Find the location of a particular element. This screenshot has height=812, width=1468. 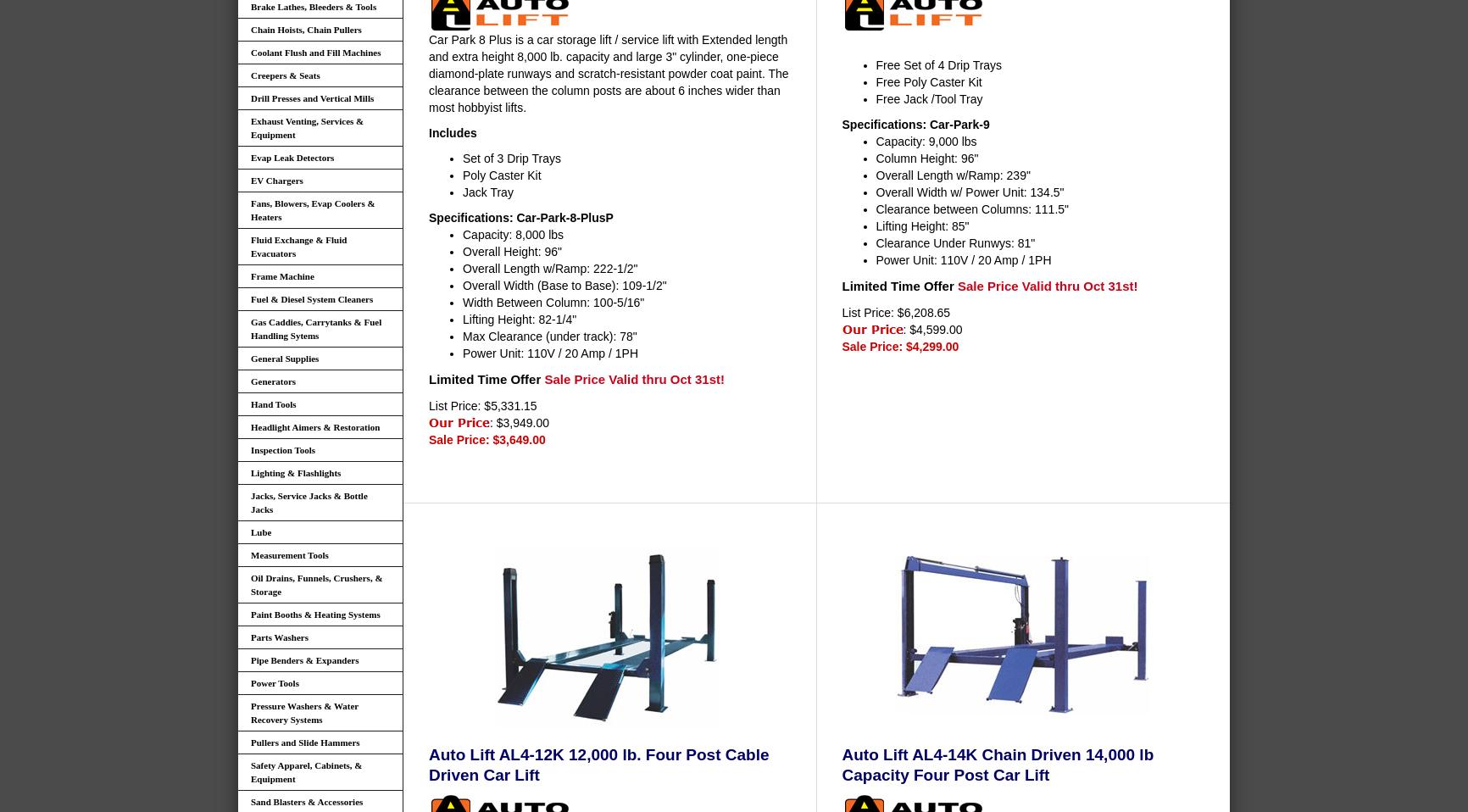

'Frame Machine' is located at coordinates (281, 275).